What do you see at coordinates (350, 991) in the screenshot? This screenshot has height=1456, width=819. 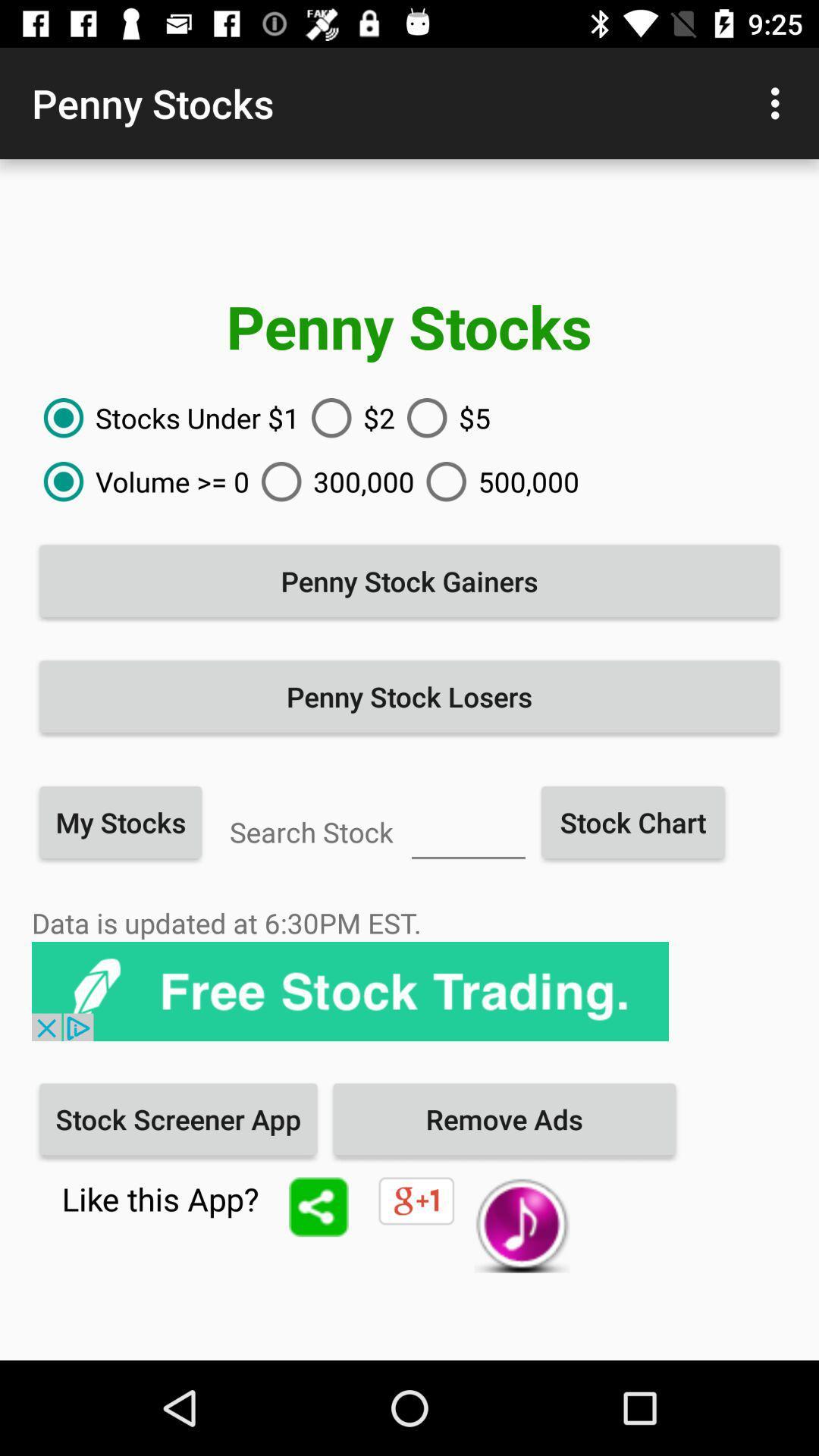 I see `it is an advertisement for stock trading` at bounding box center [350, 991].